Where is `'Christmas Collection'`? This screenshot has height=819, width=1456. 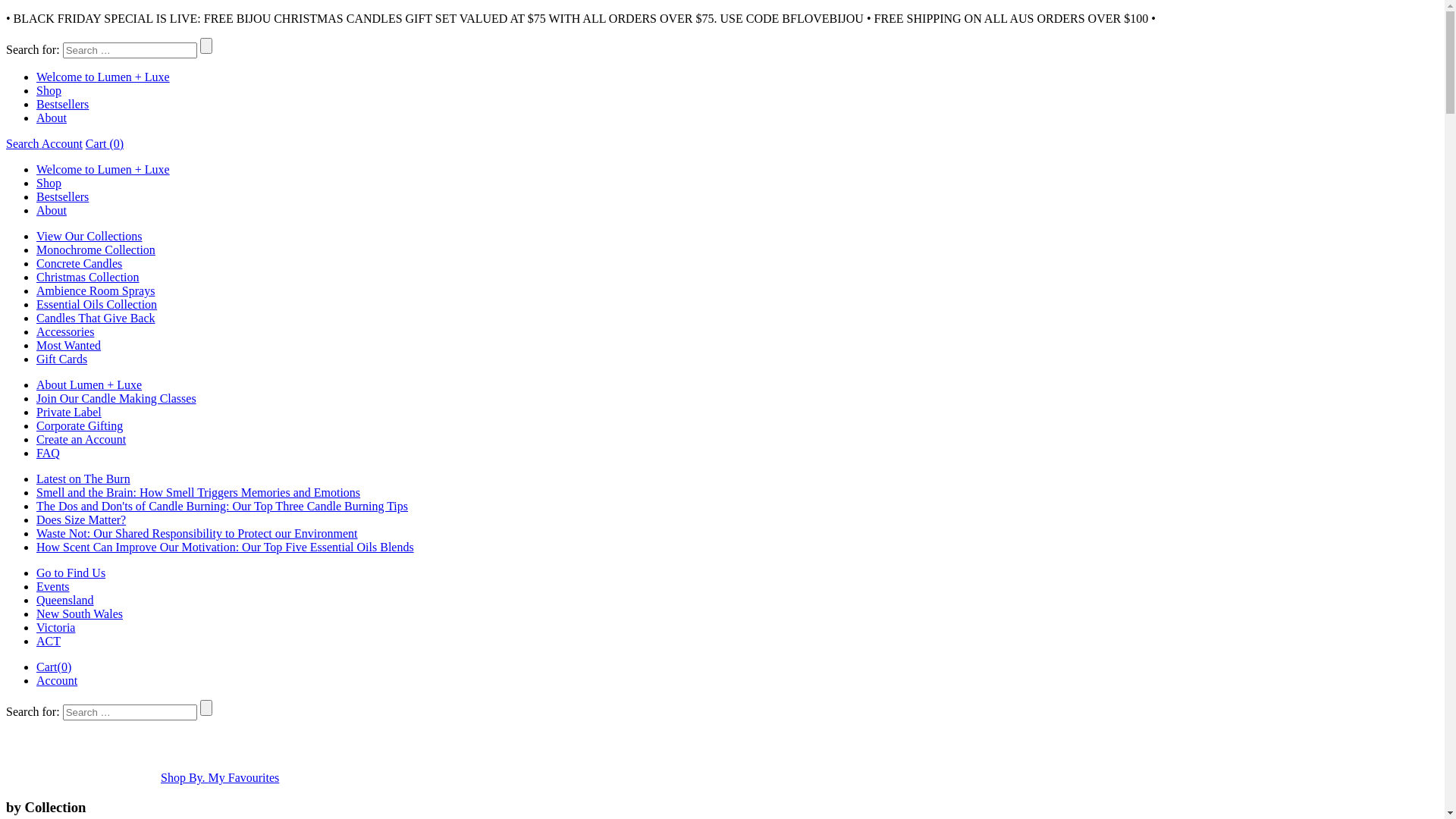
'Christmas Collection' is located at coordinates (86, 277).